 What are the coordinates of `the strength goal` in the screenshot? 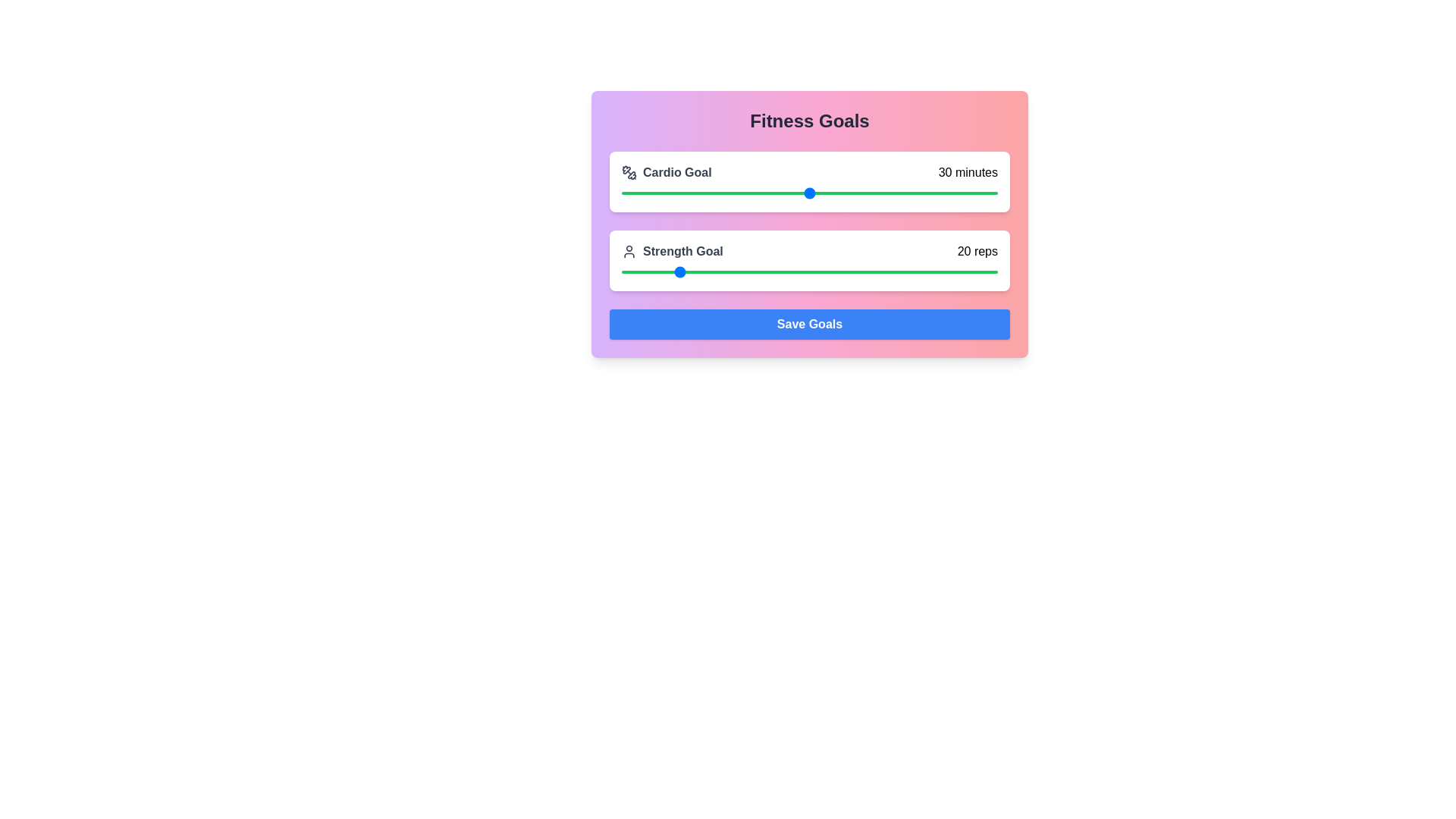 It's located at (761, 271).